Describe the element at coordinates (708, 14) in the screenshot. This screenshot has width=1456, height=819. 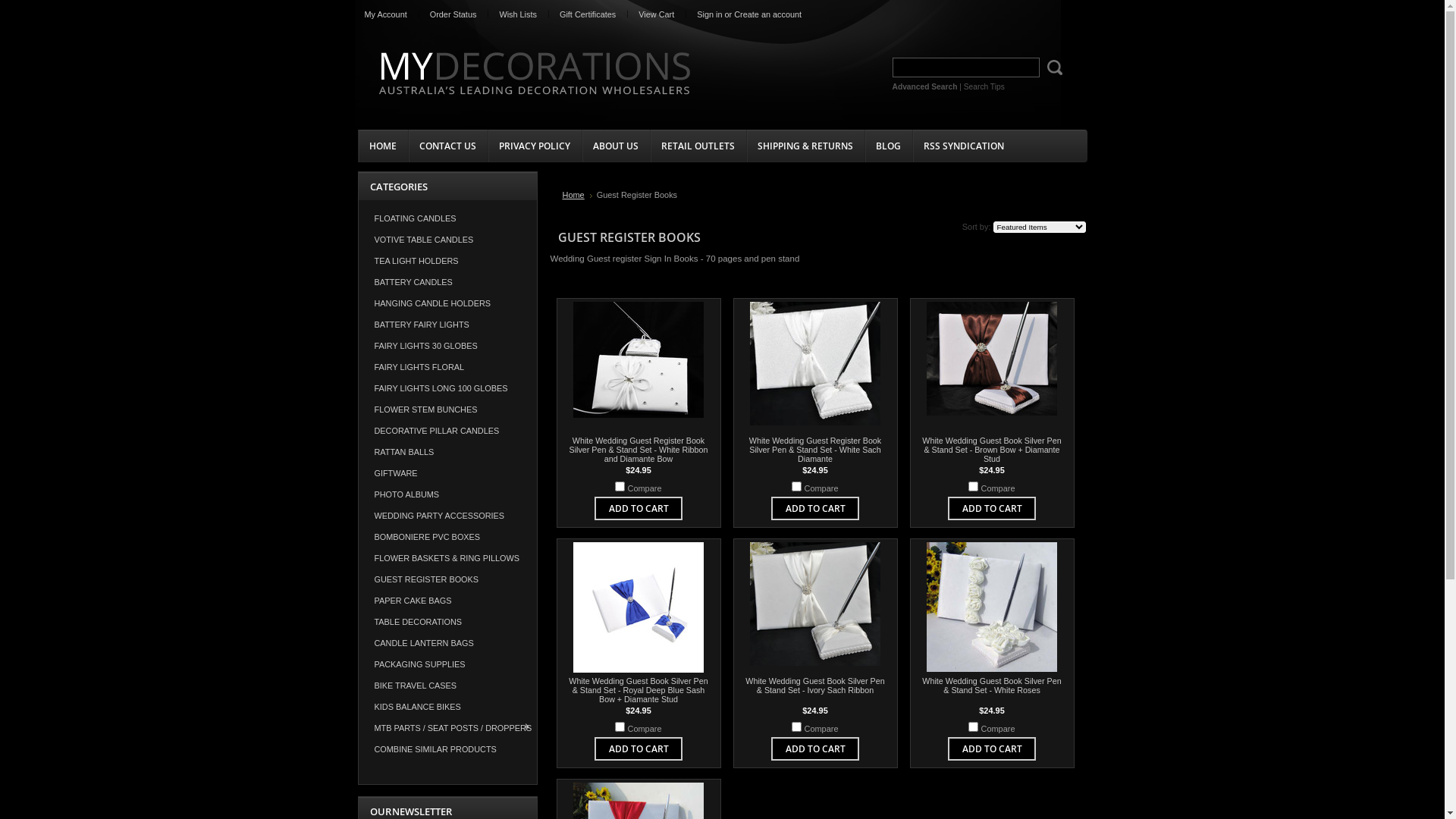
I see `'Sign in'` at that location.